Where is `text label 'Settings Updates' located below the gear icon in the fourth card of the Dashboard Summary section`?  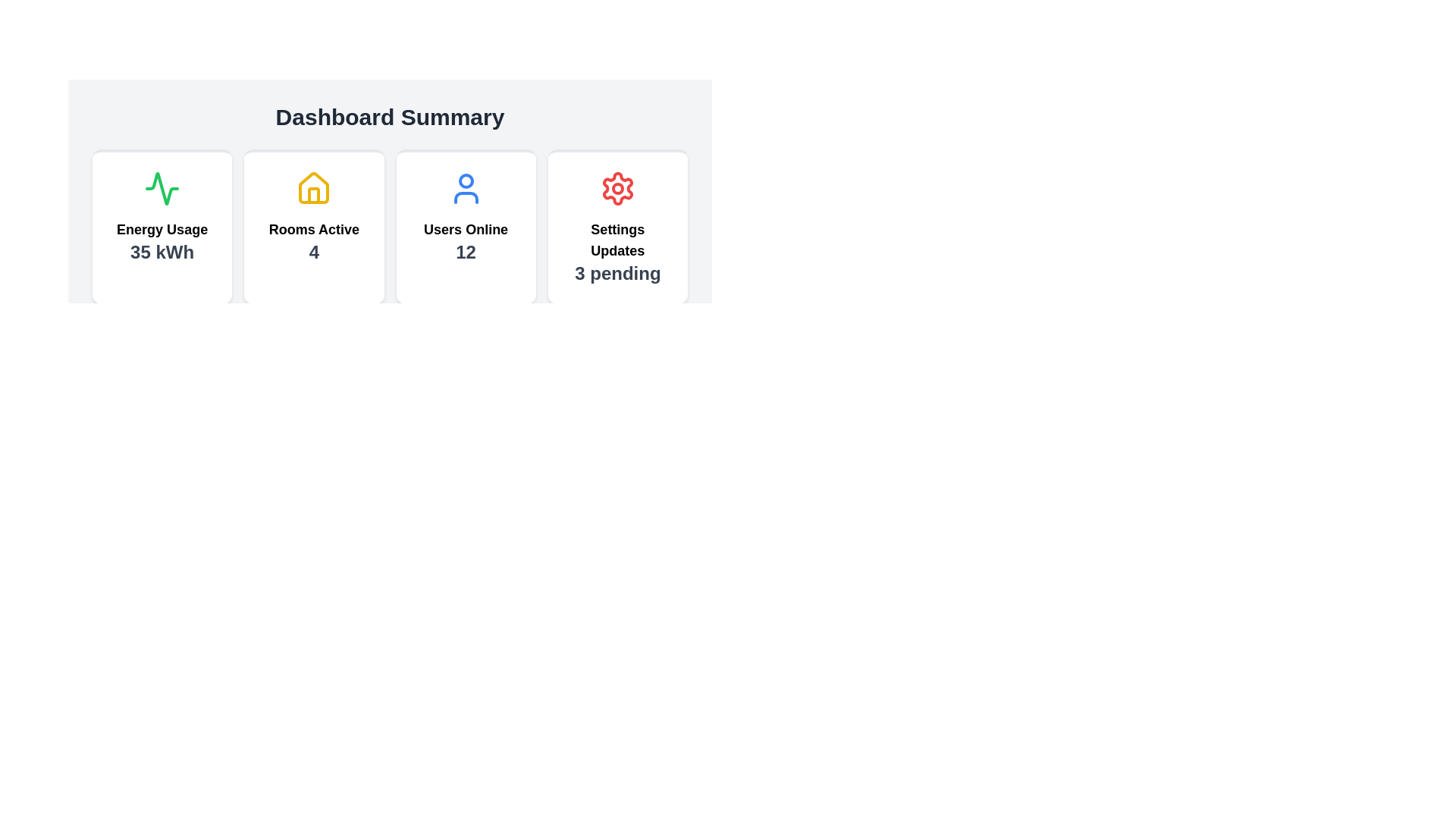 text label 'Settings Updates' located below the gear icon in the fourth card of the Dashboard Summary section is located at coordinates (617, 239).